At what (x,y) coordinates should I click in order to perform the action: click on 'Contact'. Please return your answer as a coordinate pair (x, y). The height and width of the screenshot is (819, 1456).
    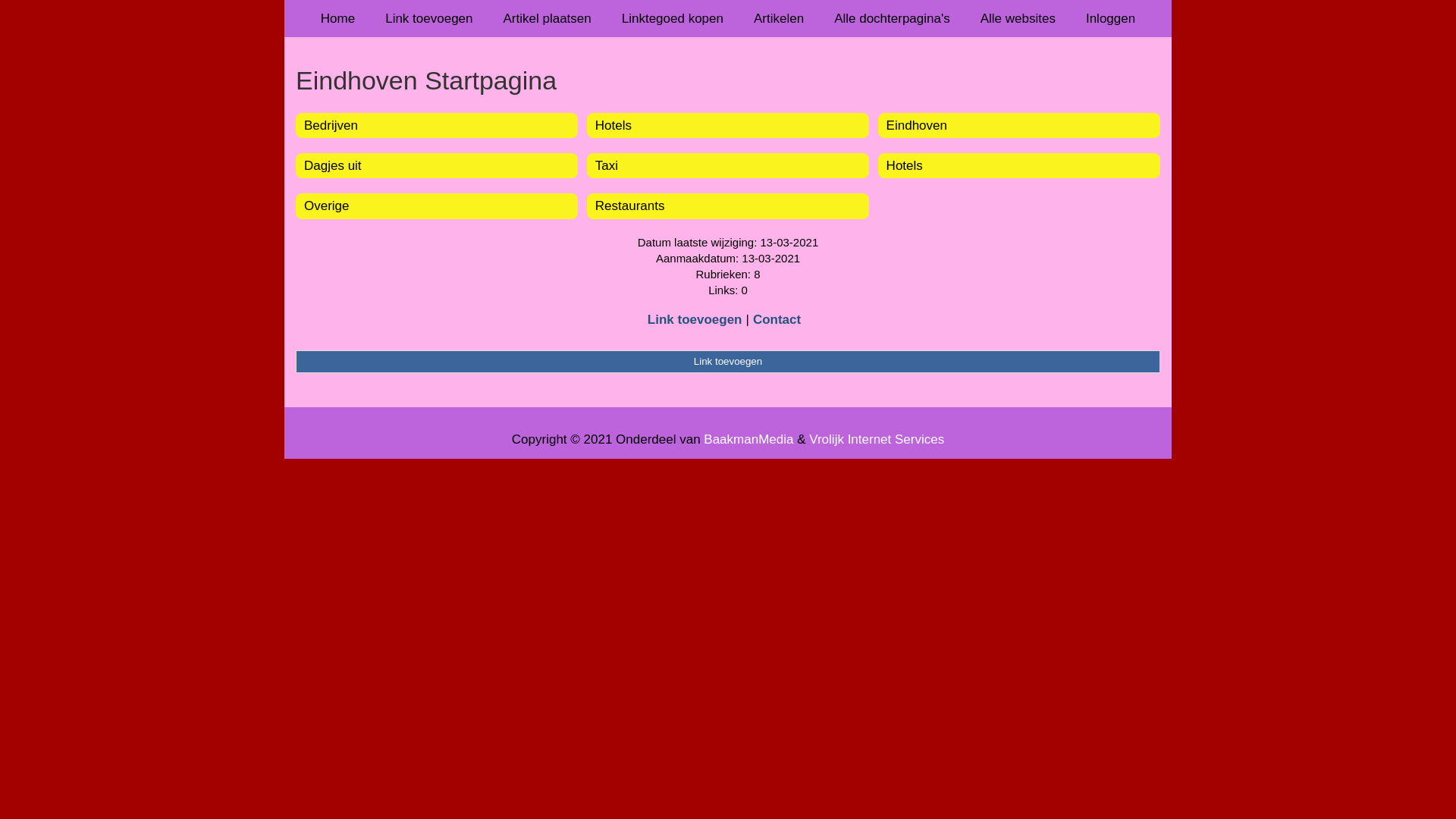
    Looking at the image, I should click on (777, 318).